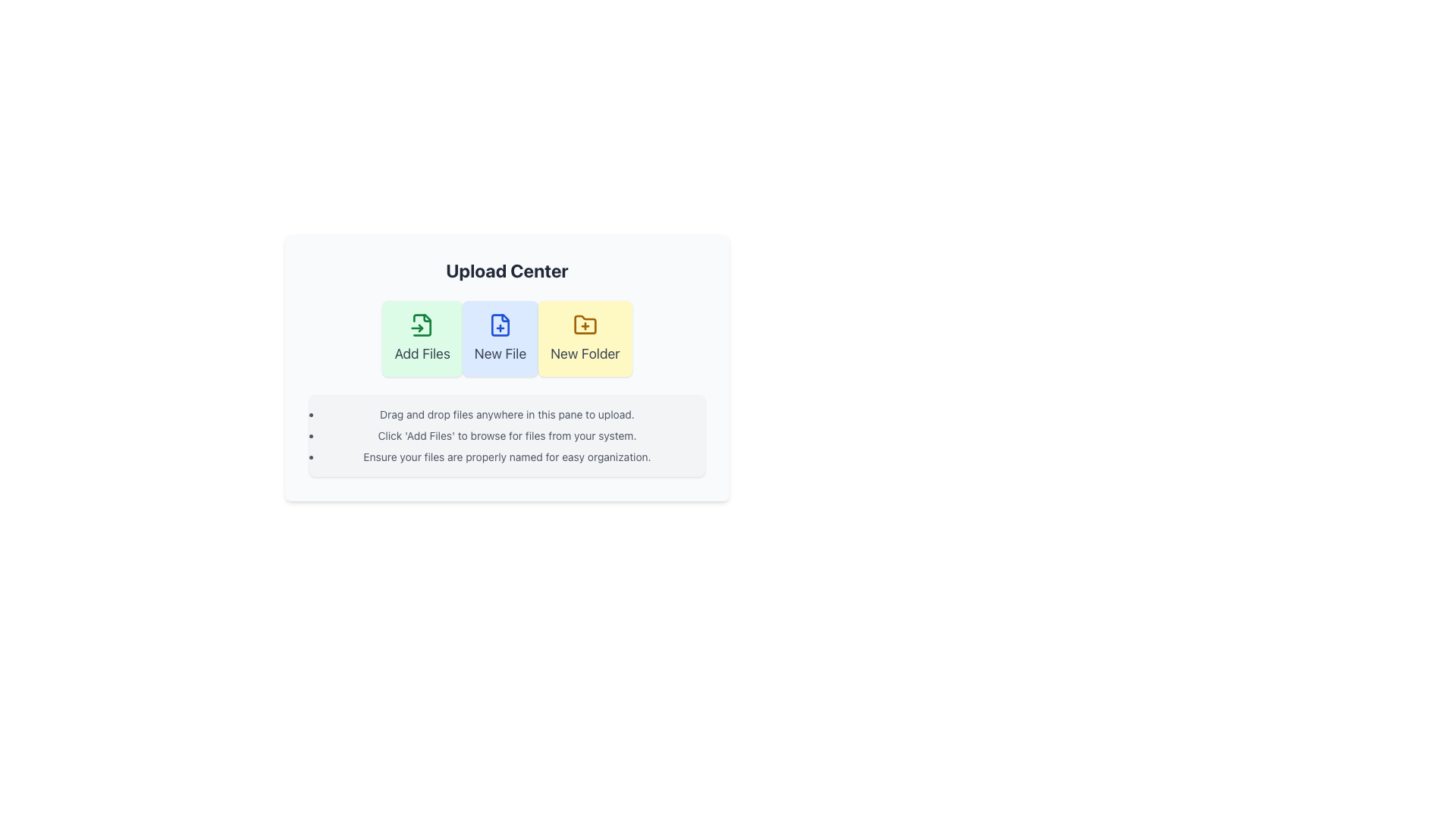 This screenshot has width=1456, height=819. What do you see at coordinates (507, 435) in the screenshot?
I see `instructional message that informs users about the functionality of the 'Add Files' option, located between the messages about file upload and naming` at bounding box center [507, 435].